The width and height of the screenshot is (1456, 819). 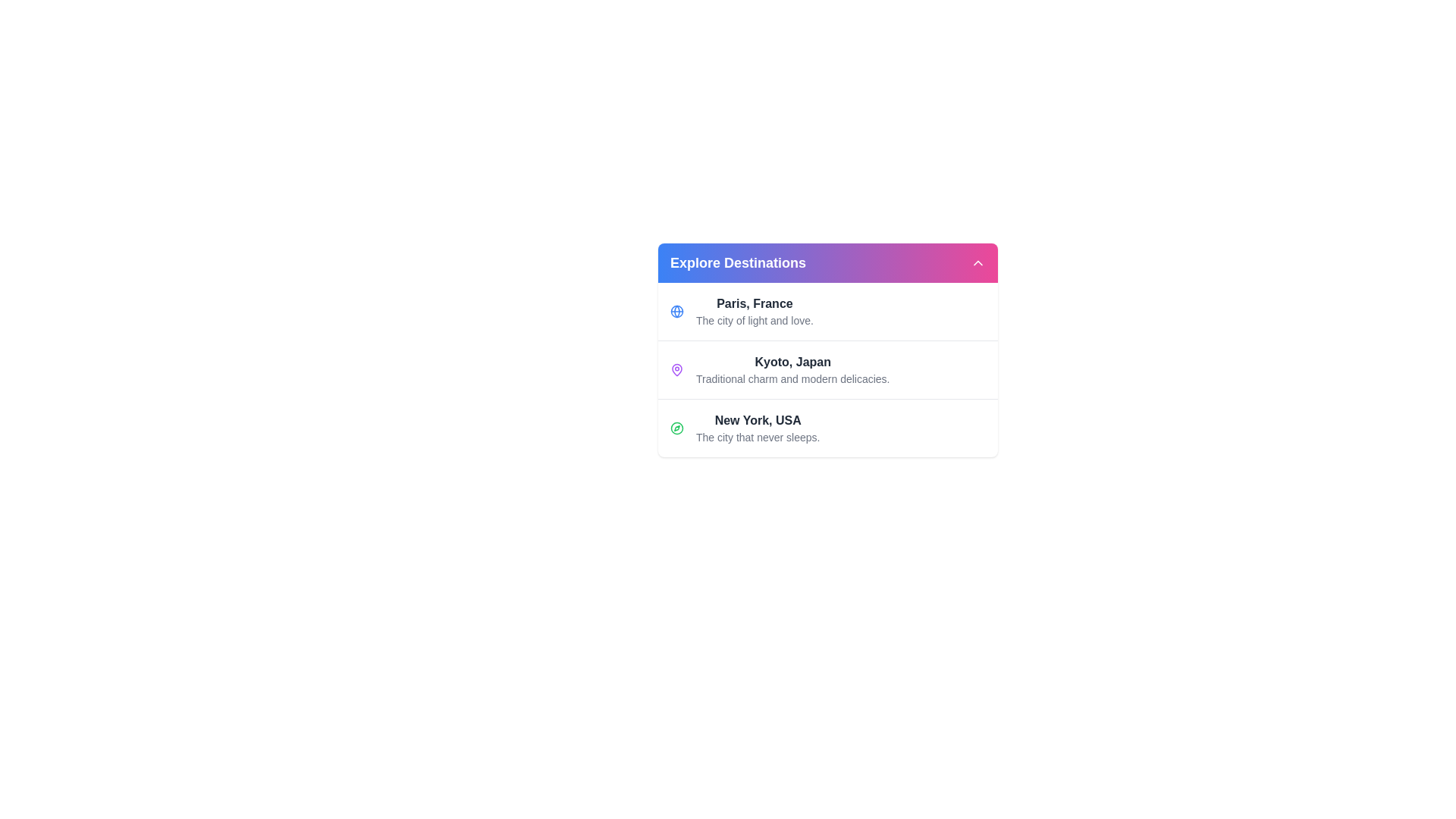 I want to click on the text block displaying 'Paris, France', so click(x=755, y=311).